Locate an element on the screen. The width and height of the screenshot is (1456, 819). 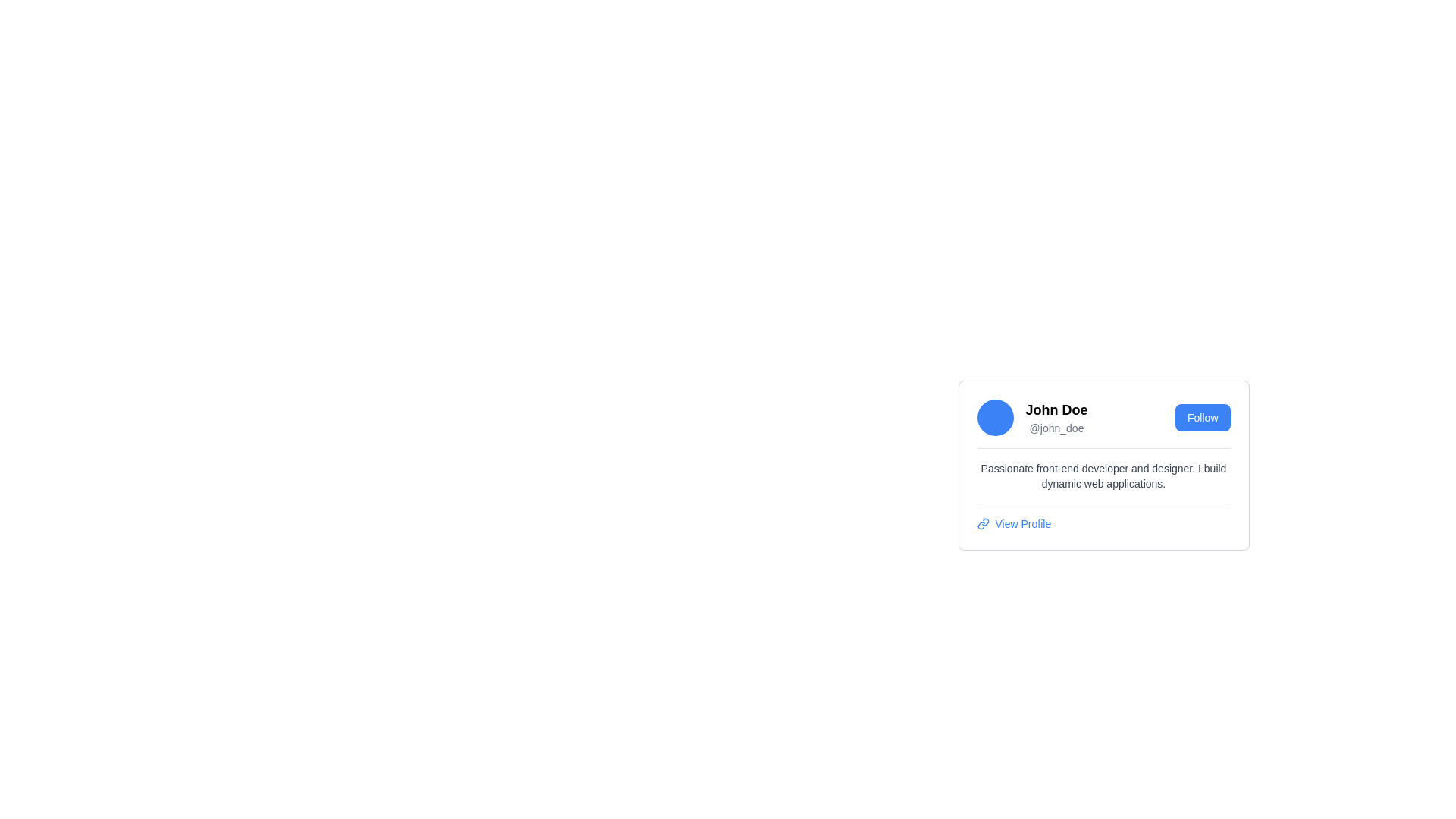
the username identifier '@john_doe' displayed in a small sans-serif font beneath 'John Doe' on the profile card is located at coordinates (1056, 428).